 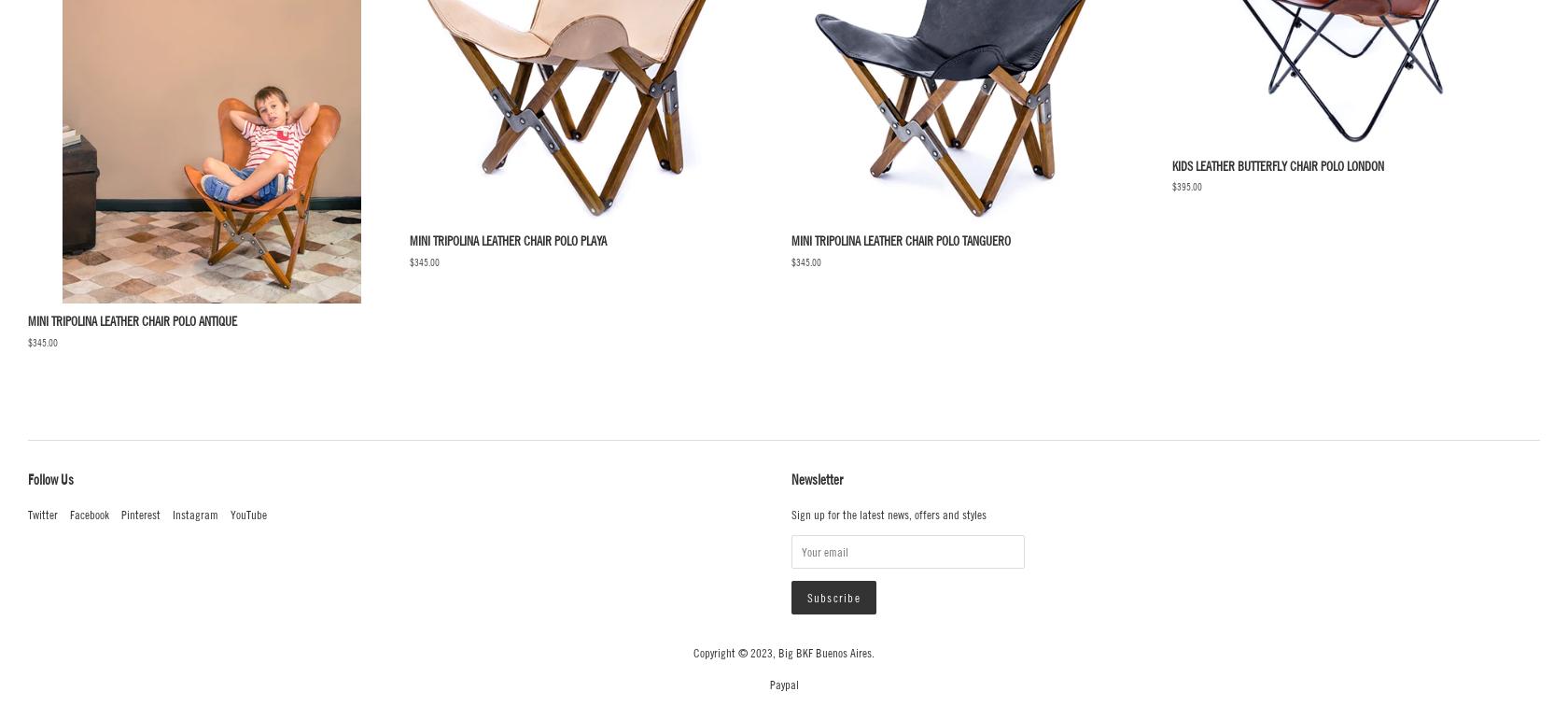 I want to click on 'Copyright © 2023, Big BKF Buenos Aires.', so click(x=784, y=650).